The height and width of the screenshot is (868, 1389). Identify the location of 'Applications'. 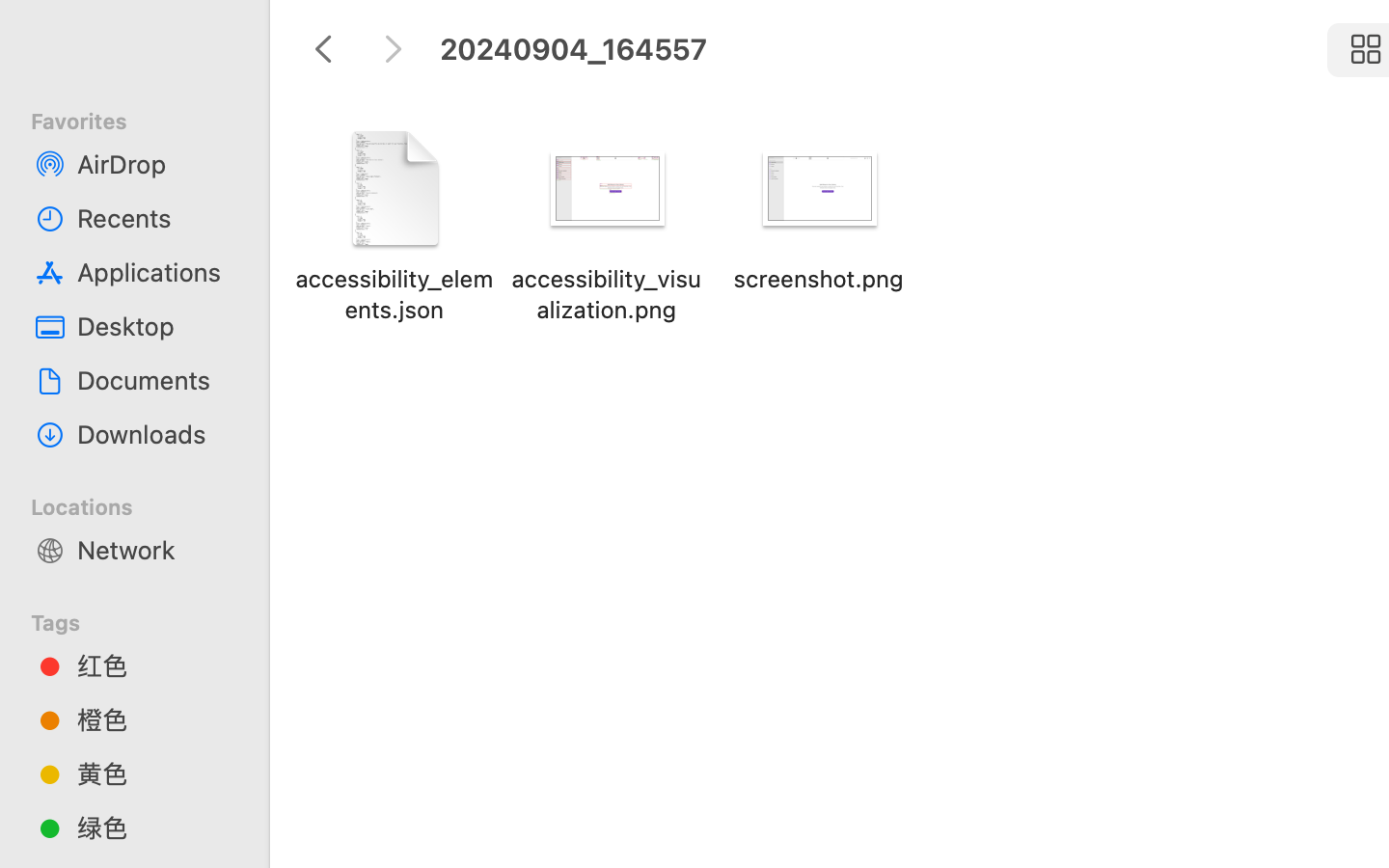
(153, 270).